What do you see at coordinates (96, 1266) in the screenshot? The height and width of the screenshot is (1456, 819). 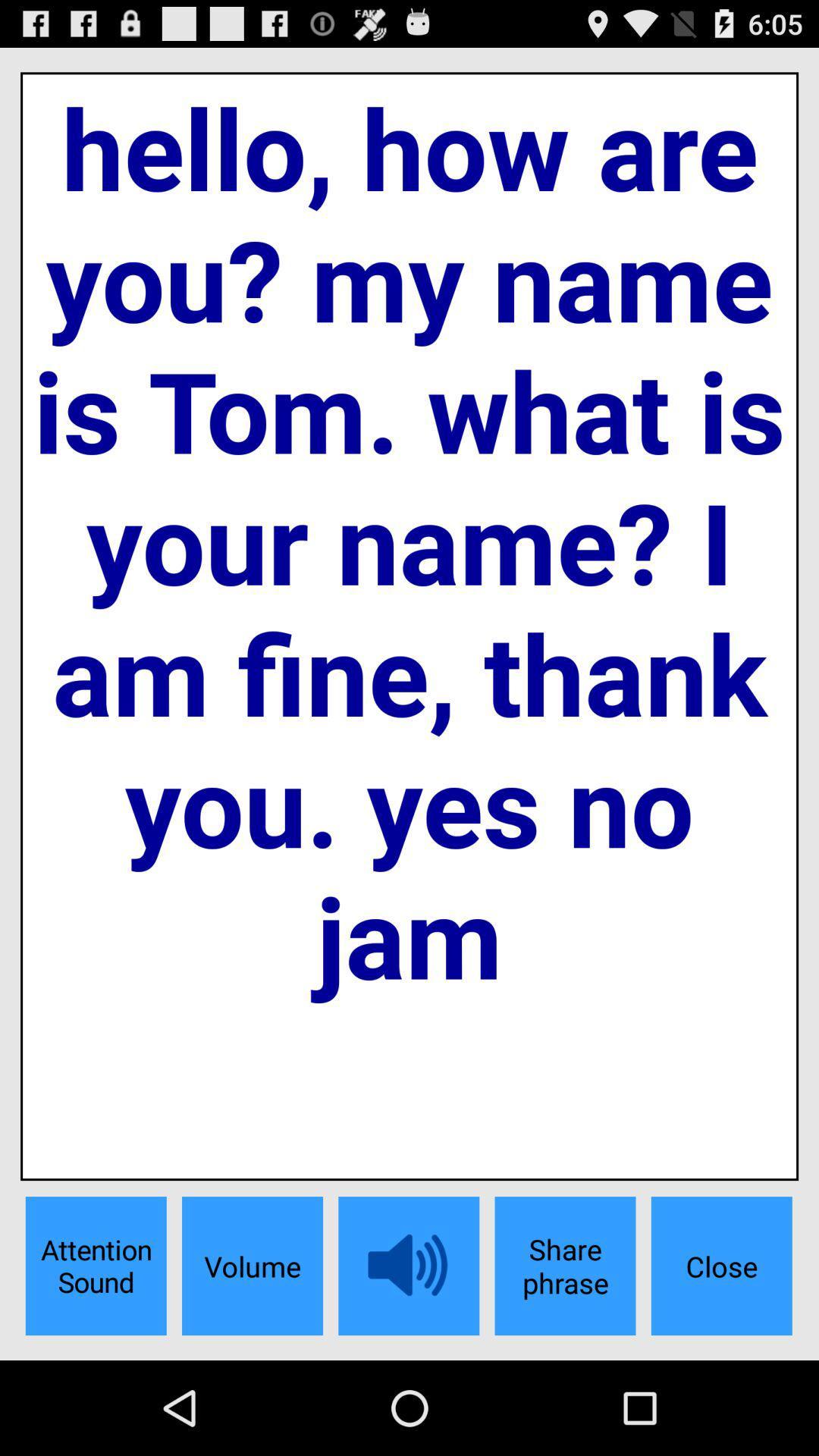 I see `attention sound item` at bounding box center [96, 1266].